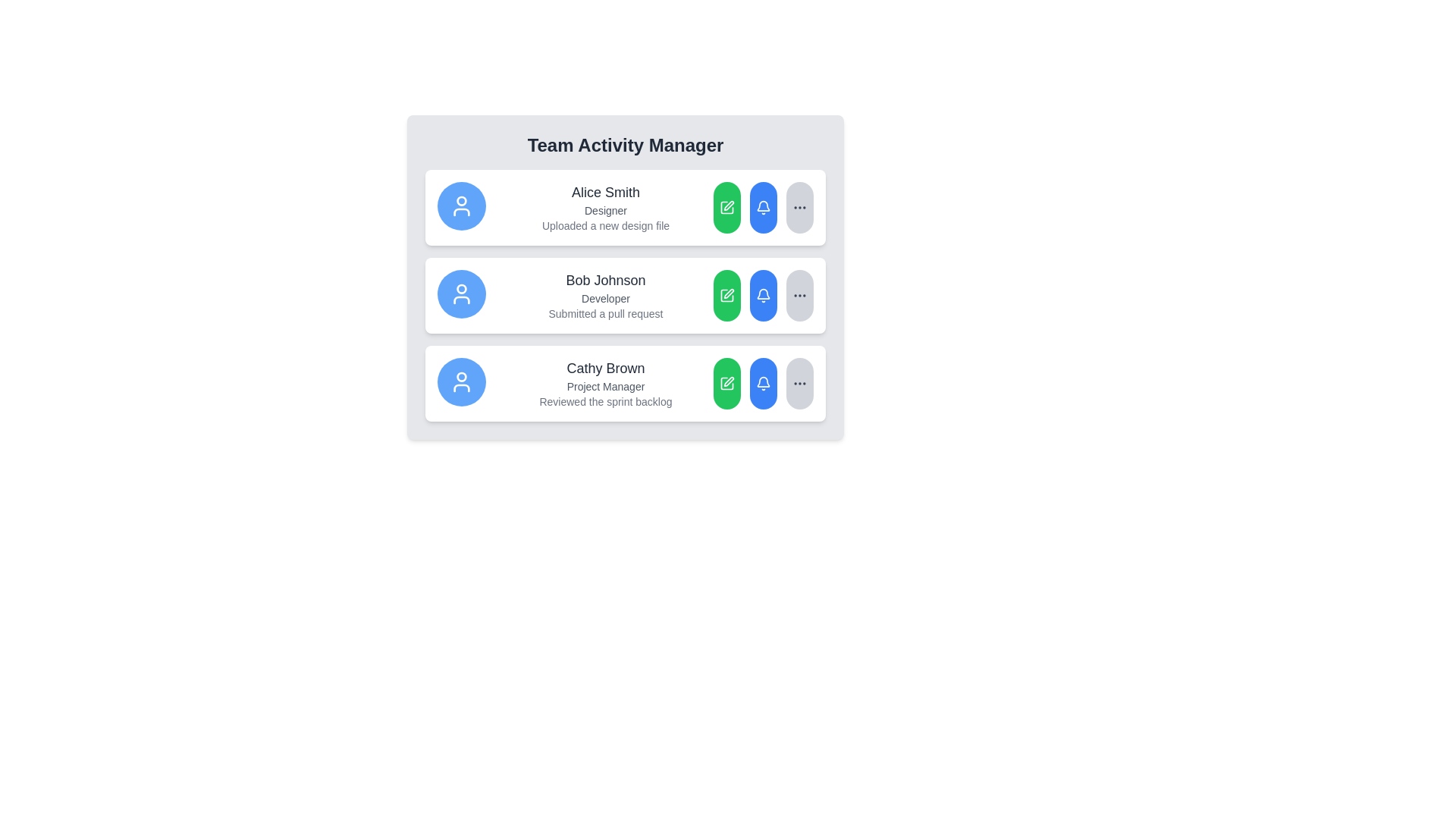 The image size is (1456, 819). I want to click on the user's avatar icon, which is the first blue circular icon in a vertical list, located to the left of the entry labeled 'Alice Smith.', so click(461, 206).